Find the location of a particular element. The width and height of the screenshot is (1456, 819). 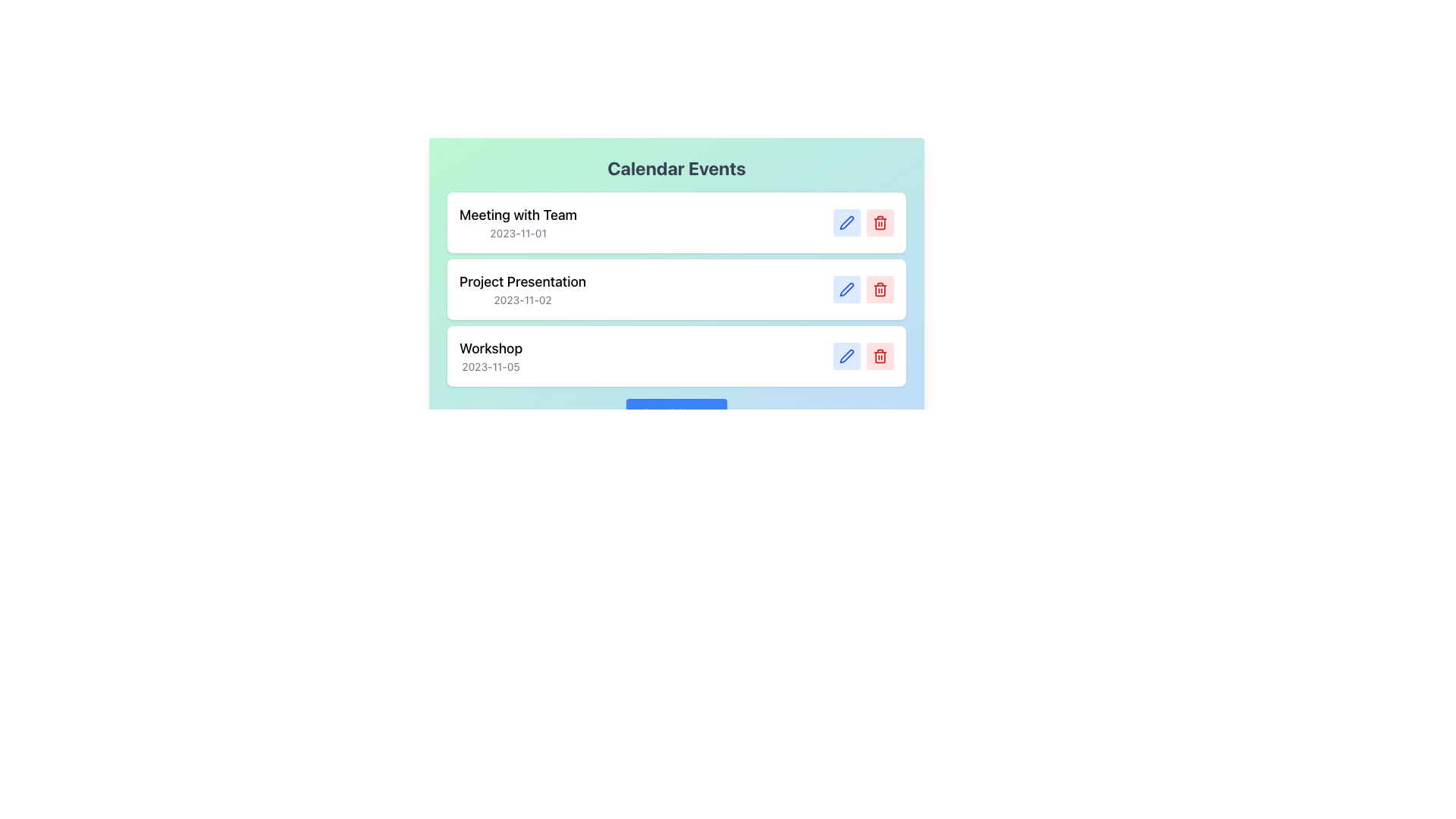

to select the event titled 'Project Presentation' dated '2023-11-02', located in the middle of the vertical layout of calendar events is located at coordinates (676, 289).